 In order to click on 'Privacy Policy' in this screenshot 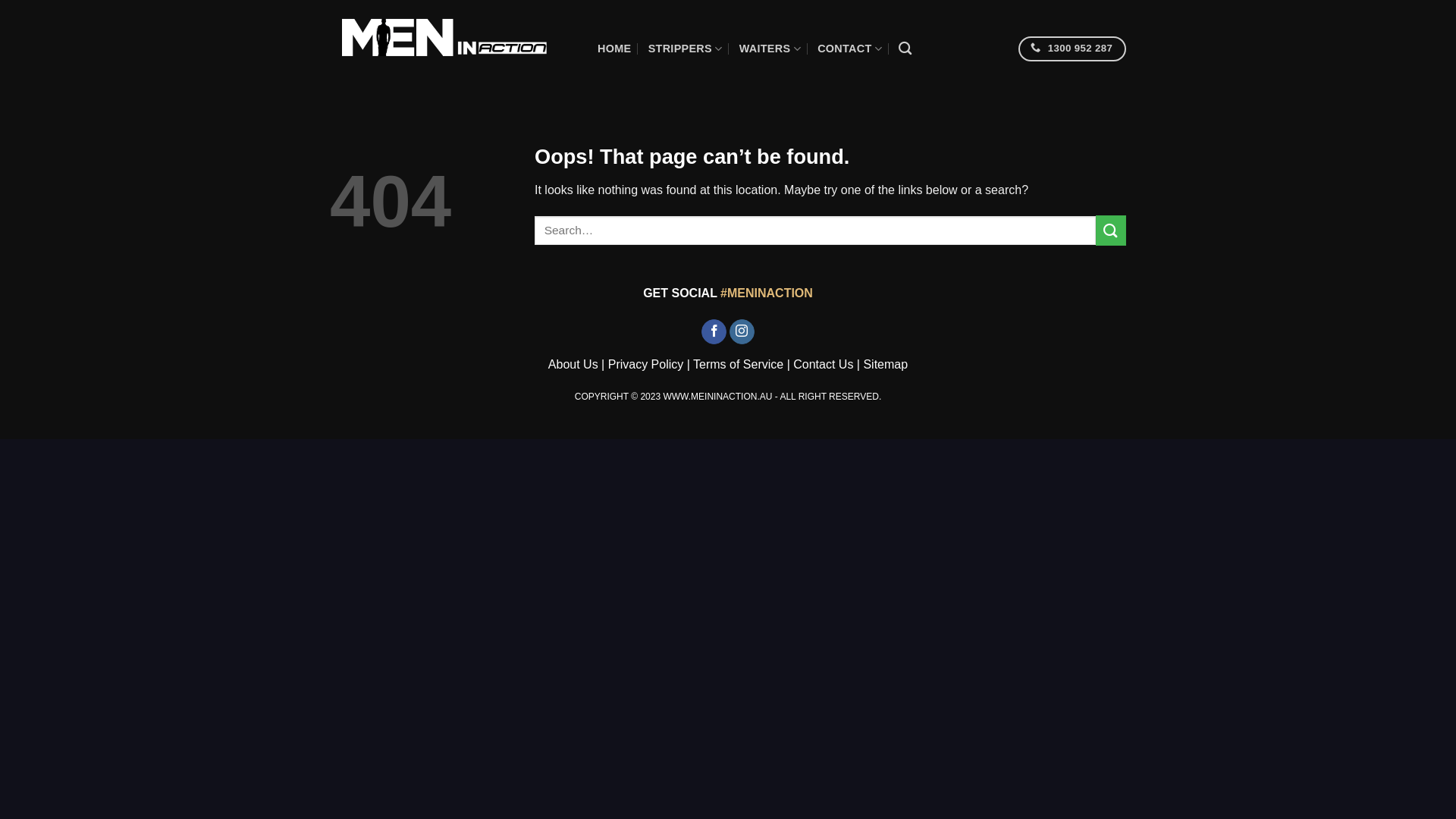, I will do `click(607, 364)`.